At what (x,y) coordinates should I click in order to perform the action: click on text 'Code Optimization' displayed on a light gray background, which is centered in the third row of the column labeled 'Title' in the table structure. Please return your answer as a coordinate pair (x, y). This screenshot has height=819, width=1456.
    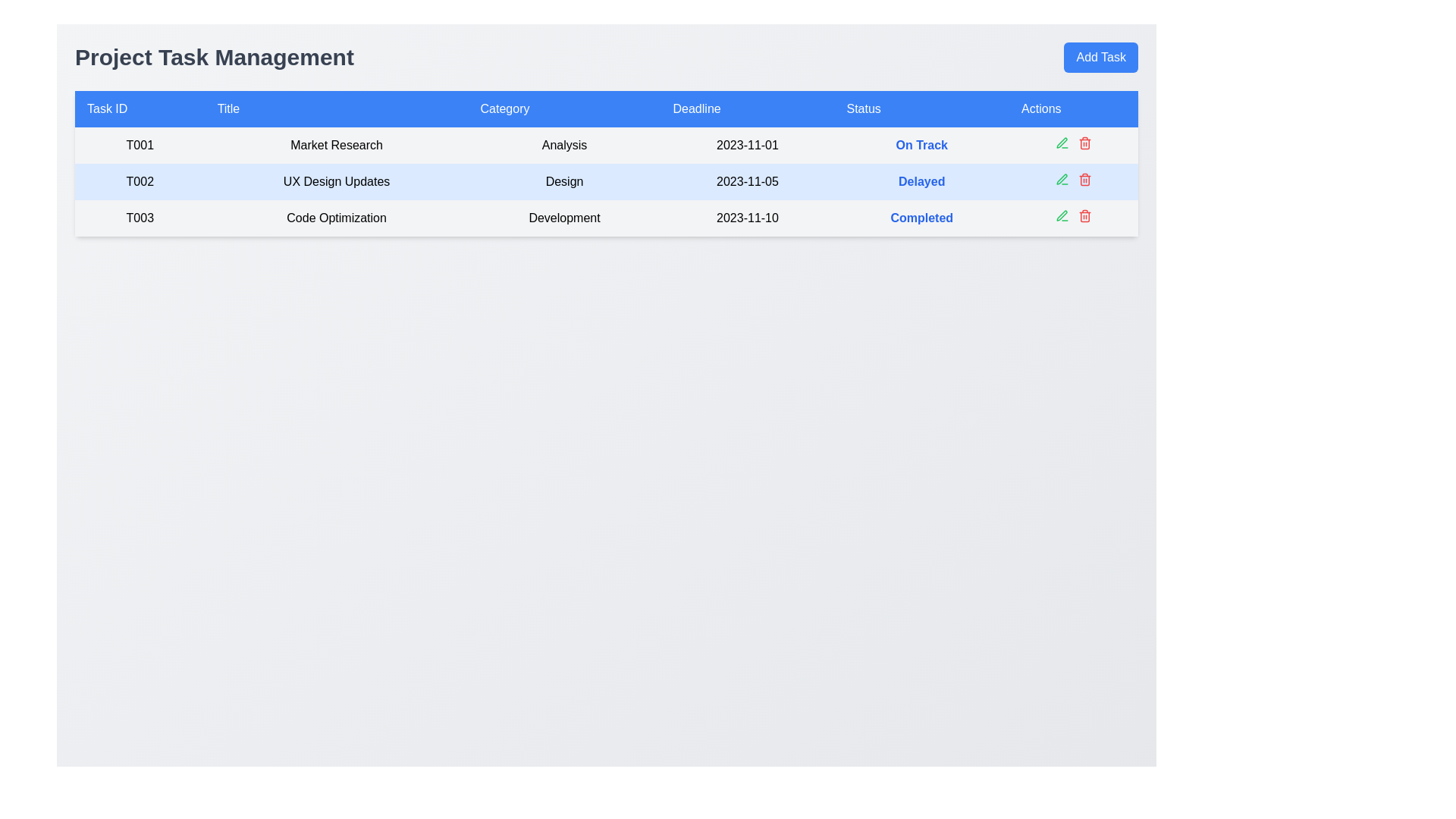
    Looking at the image, I should click on (336, 218).